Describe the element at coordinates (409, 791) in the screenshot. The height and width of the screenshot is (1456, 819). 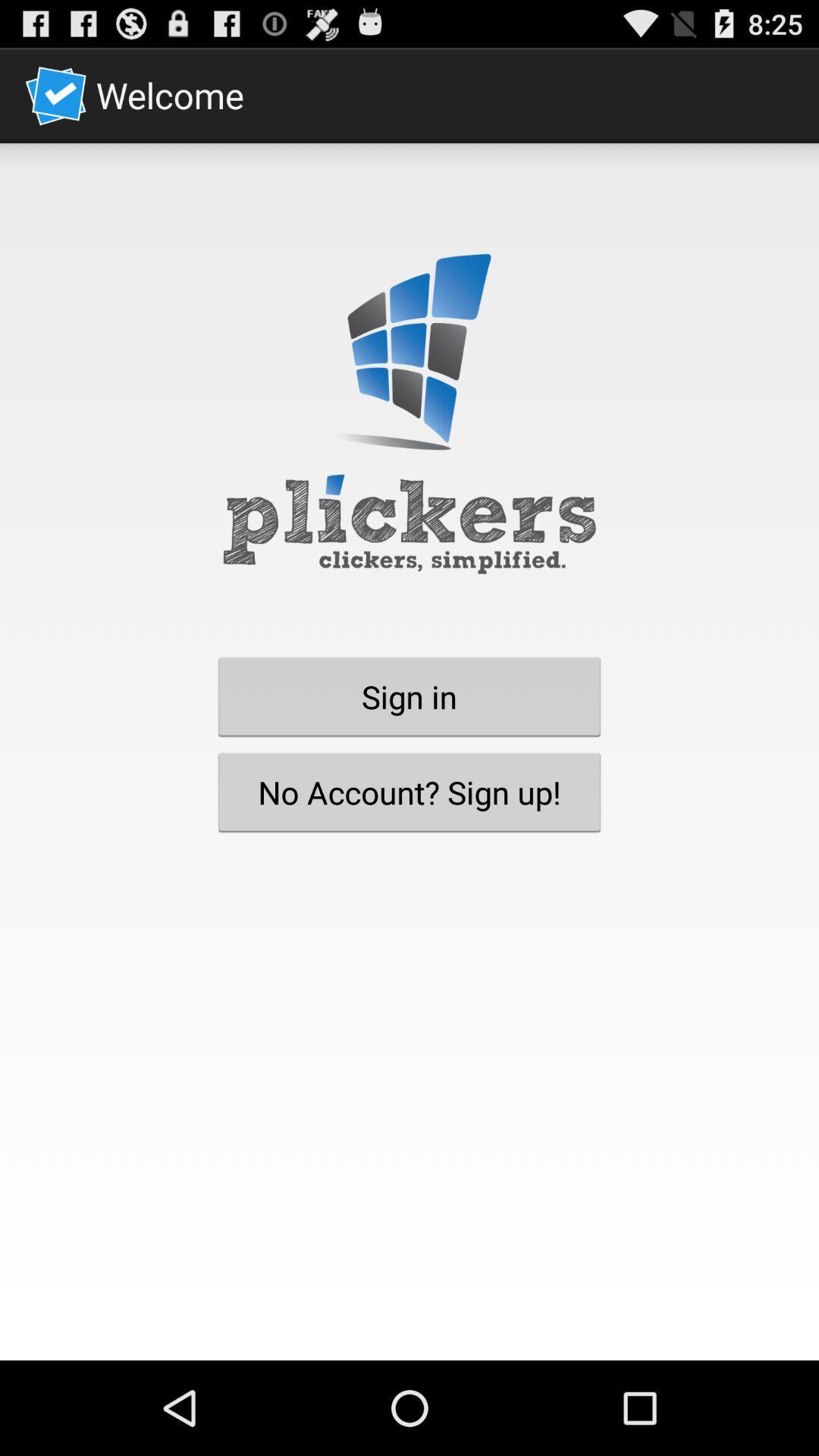
I see `no account sign icon` at that location.